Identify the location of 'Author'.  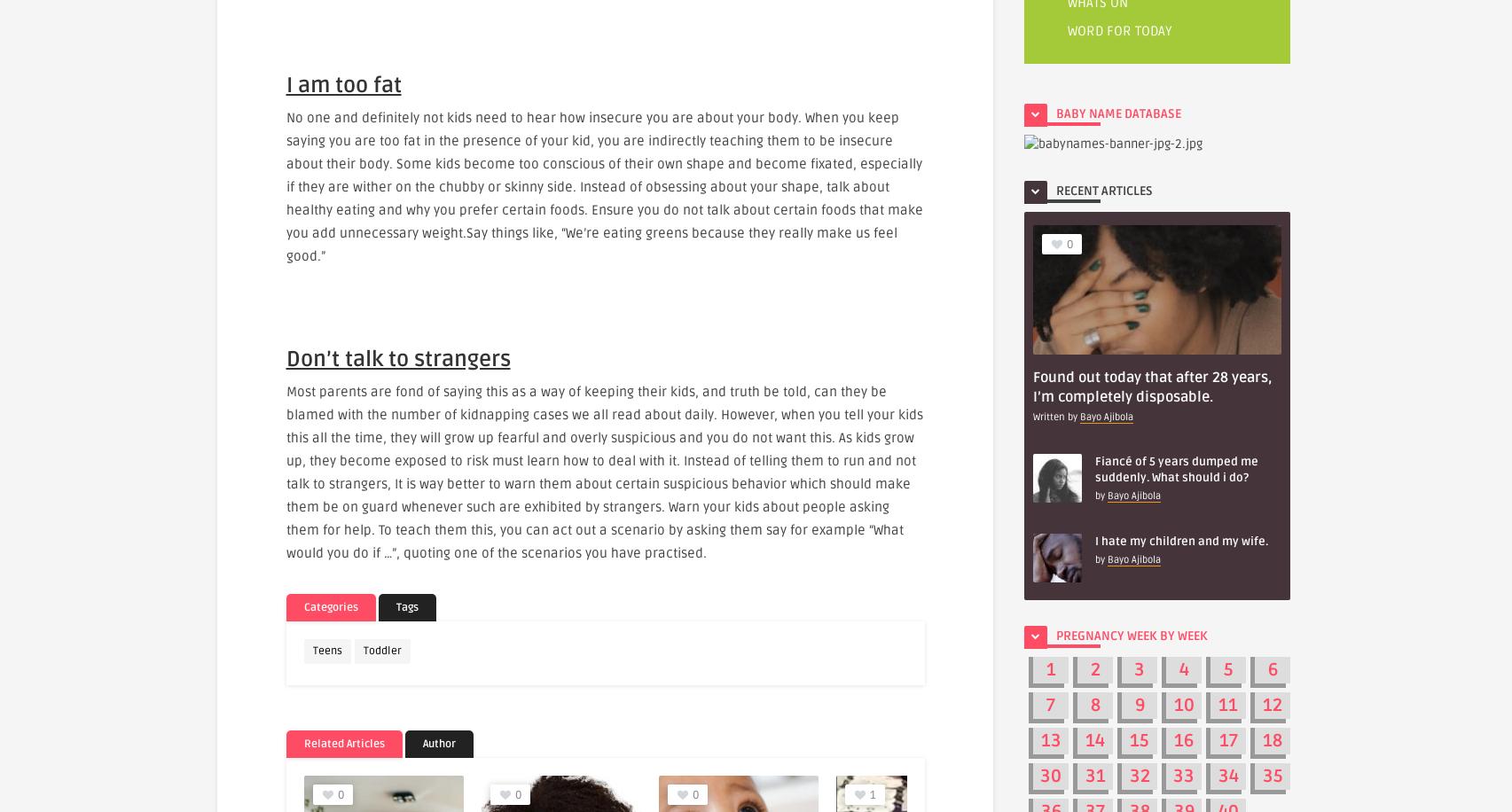
(437, 743).